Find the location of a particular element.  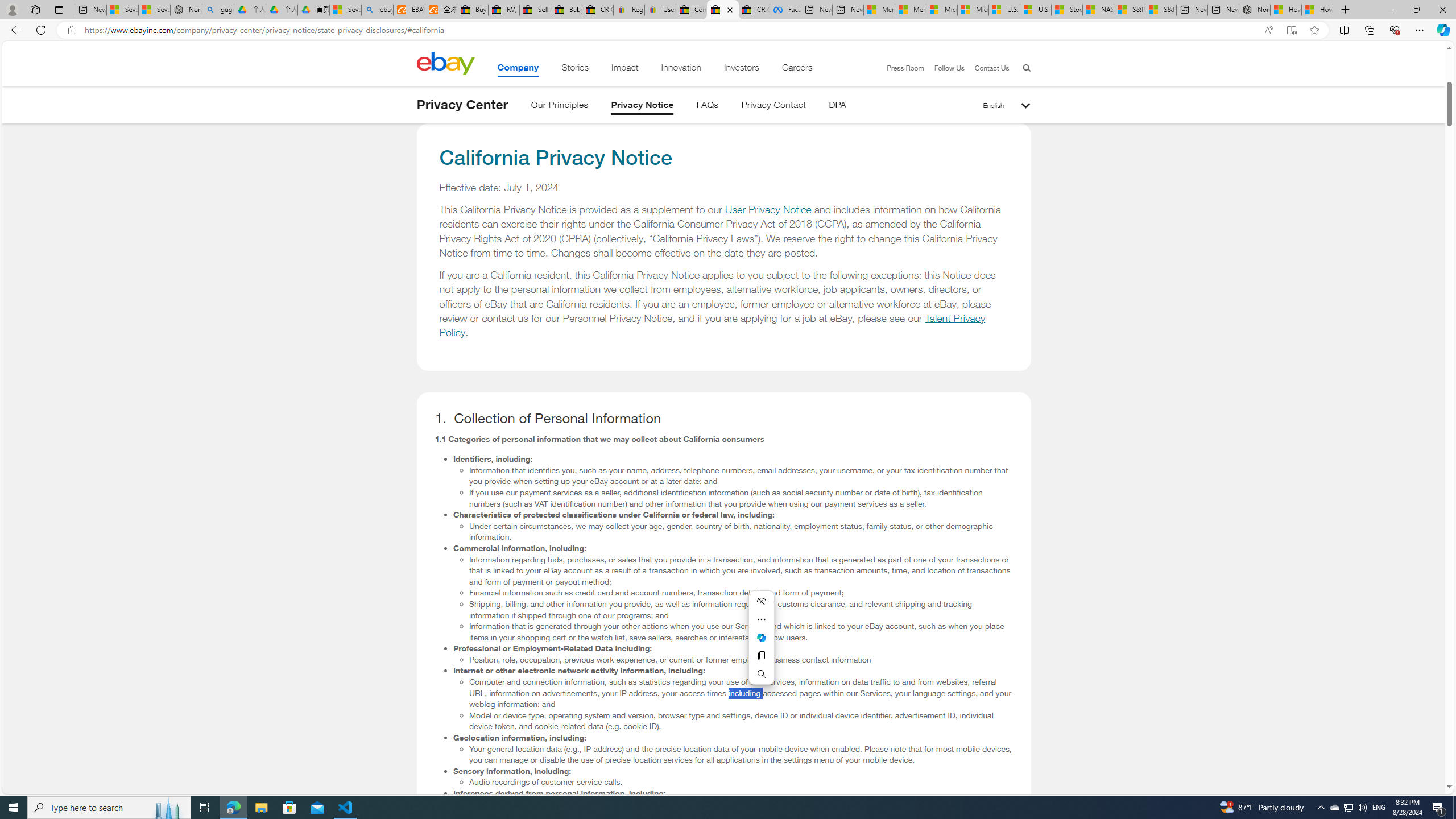

'User Privacy Notice | eBay' is located at coordinates (659, 9).